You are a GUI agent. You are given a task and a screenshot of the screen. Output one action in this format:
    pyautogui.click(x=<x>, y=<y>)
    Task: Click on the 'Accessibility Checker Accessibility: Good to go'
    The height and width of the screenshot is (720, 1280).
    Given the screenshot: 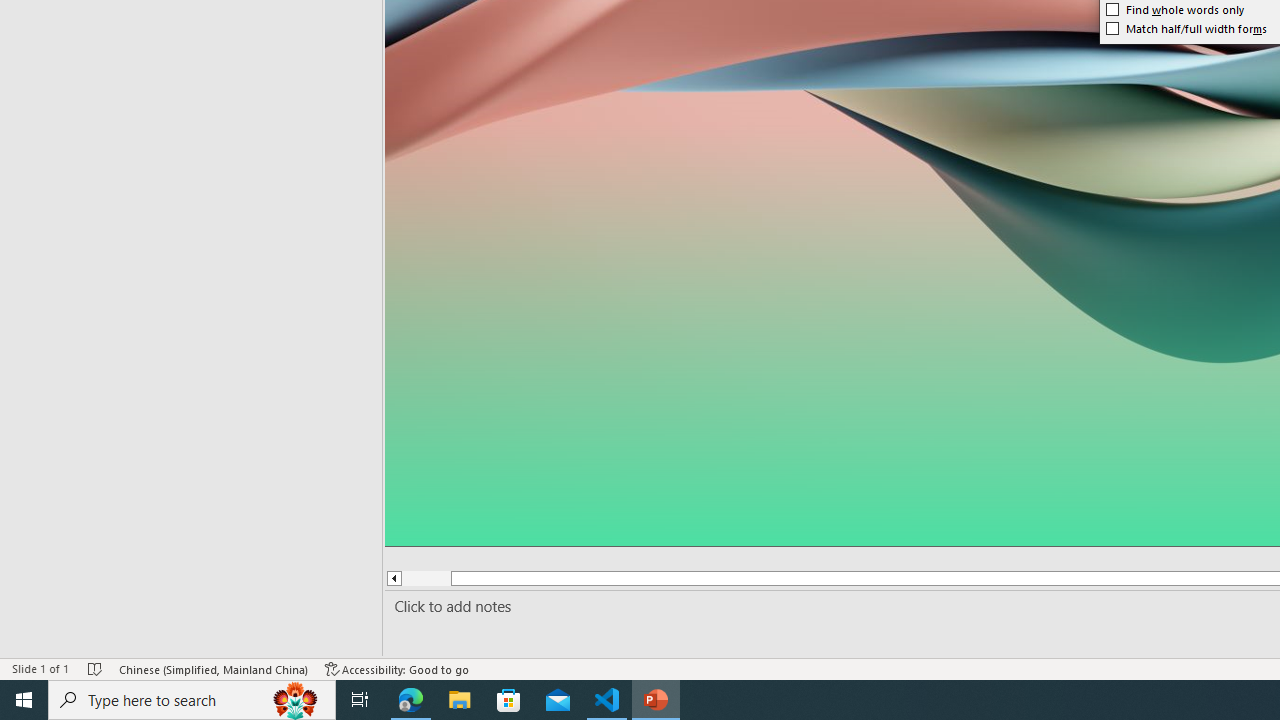 What is the action you would take?
    pyautogui.click(x=397, y=669)
    